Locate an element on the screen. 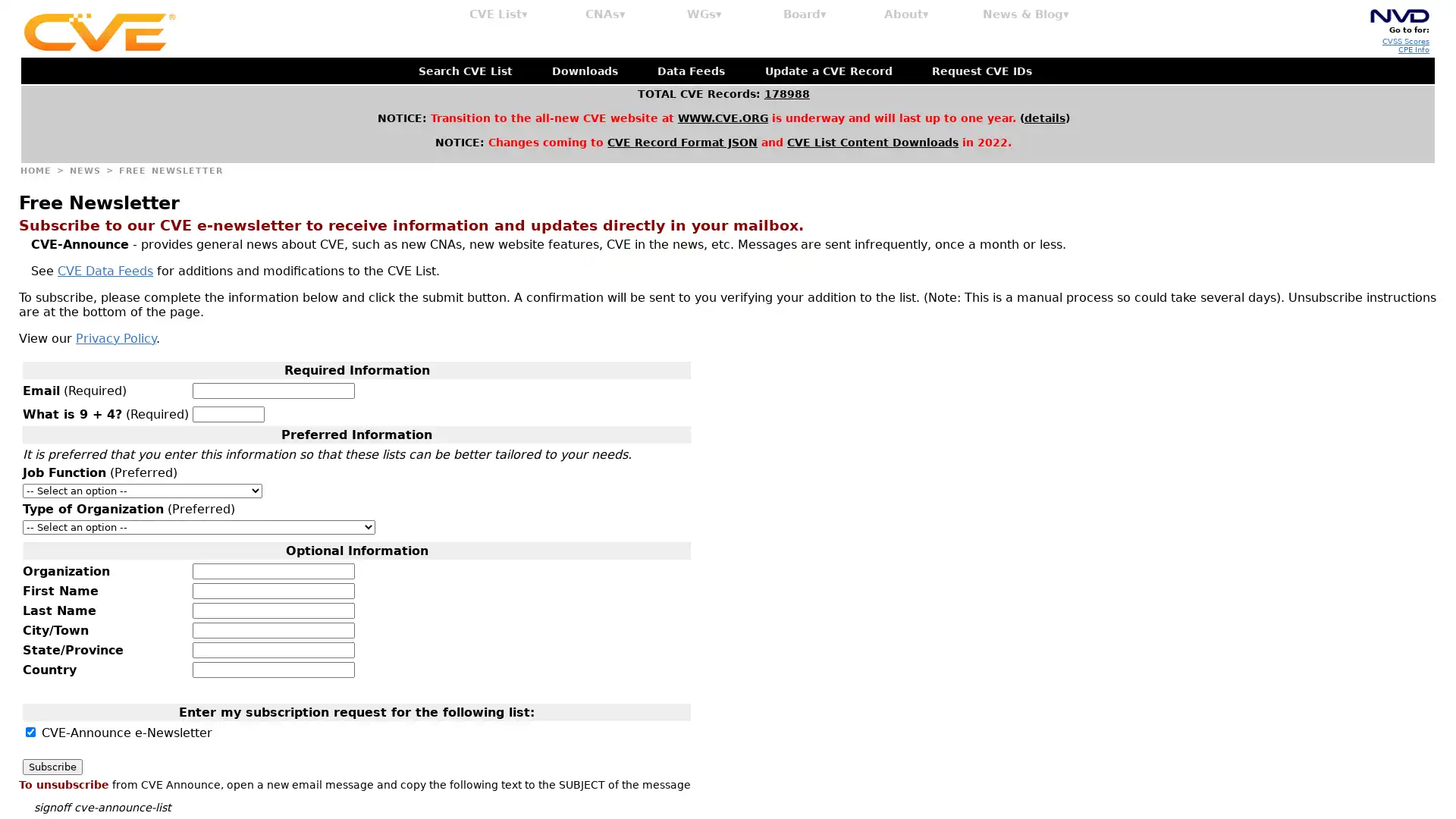 The height and width of the screenshot is (819, 1456). CVE List is located at coordinates (498, 14).